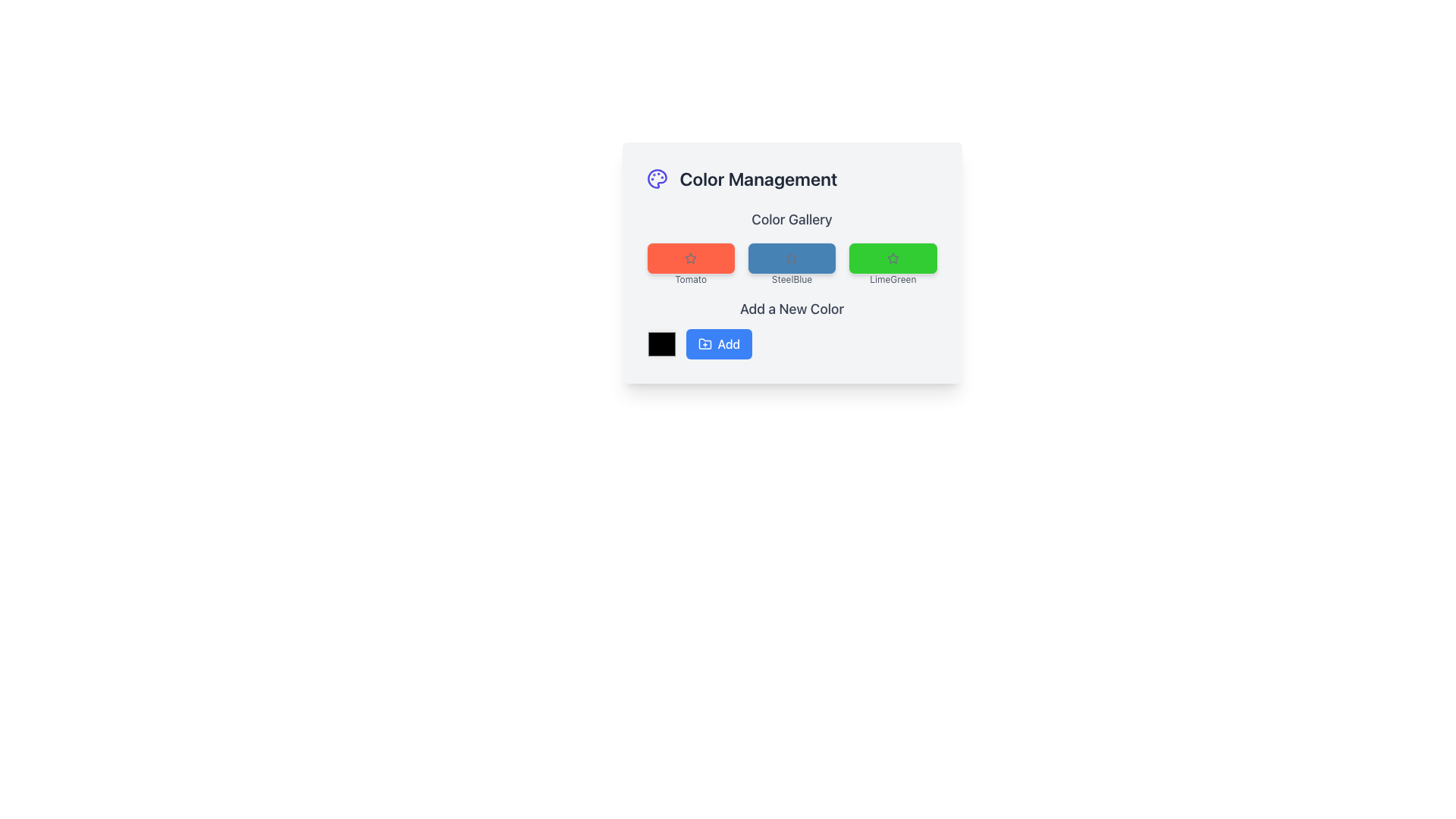 Image resolution: width=1456 pixels, height=819 pixels. What do you see at coordinates (704, 344) in the screenshot?
I see `the 'Add' icon located inside the button at the bottom portion of the interface, next to the black color preview box, to check for tooltips` at bounding box center [704, 344].